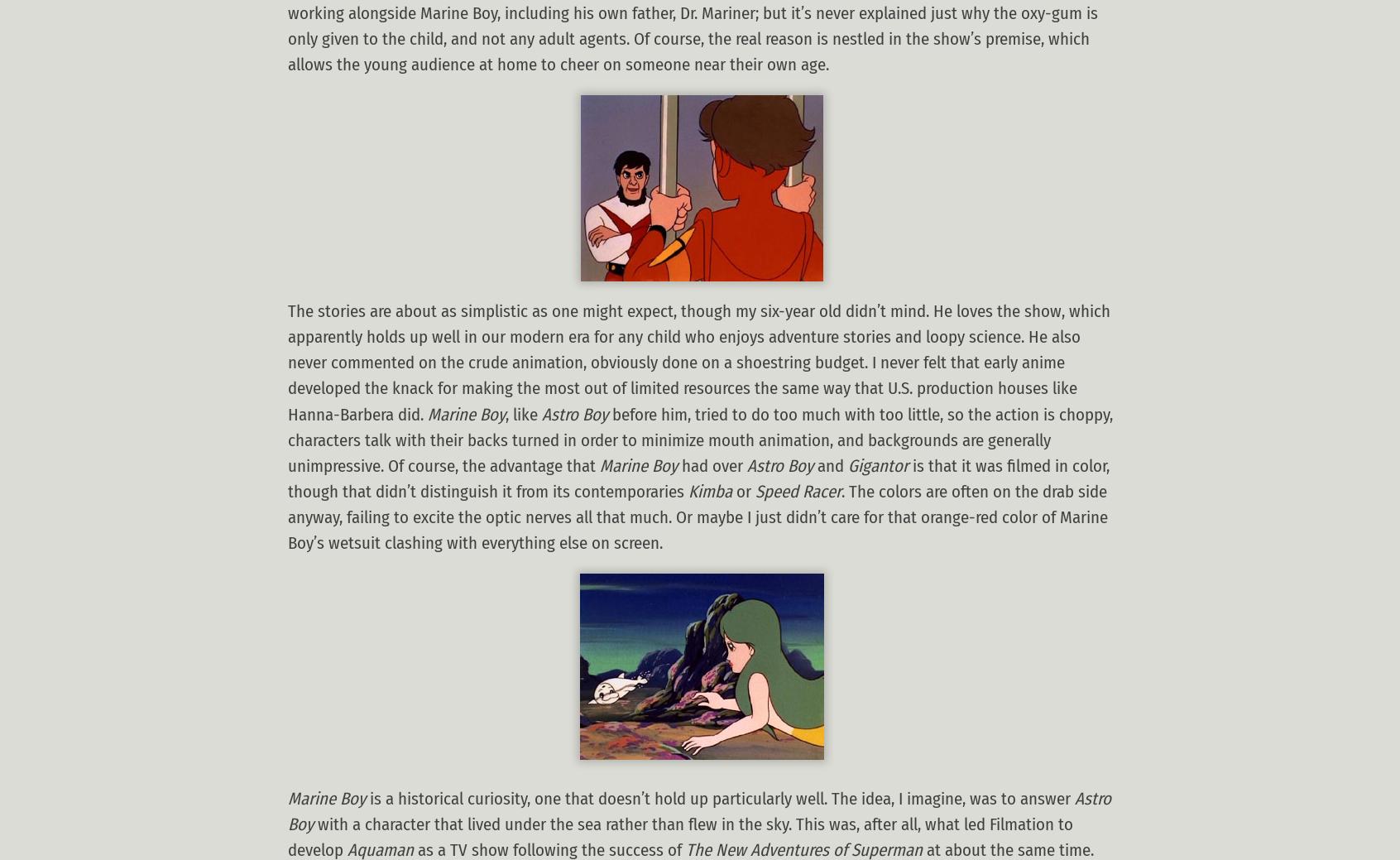 The height and width of the screenshot is (860, 1400). I want to click on 'and', so click(830, 465).